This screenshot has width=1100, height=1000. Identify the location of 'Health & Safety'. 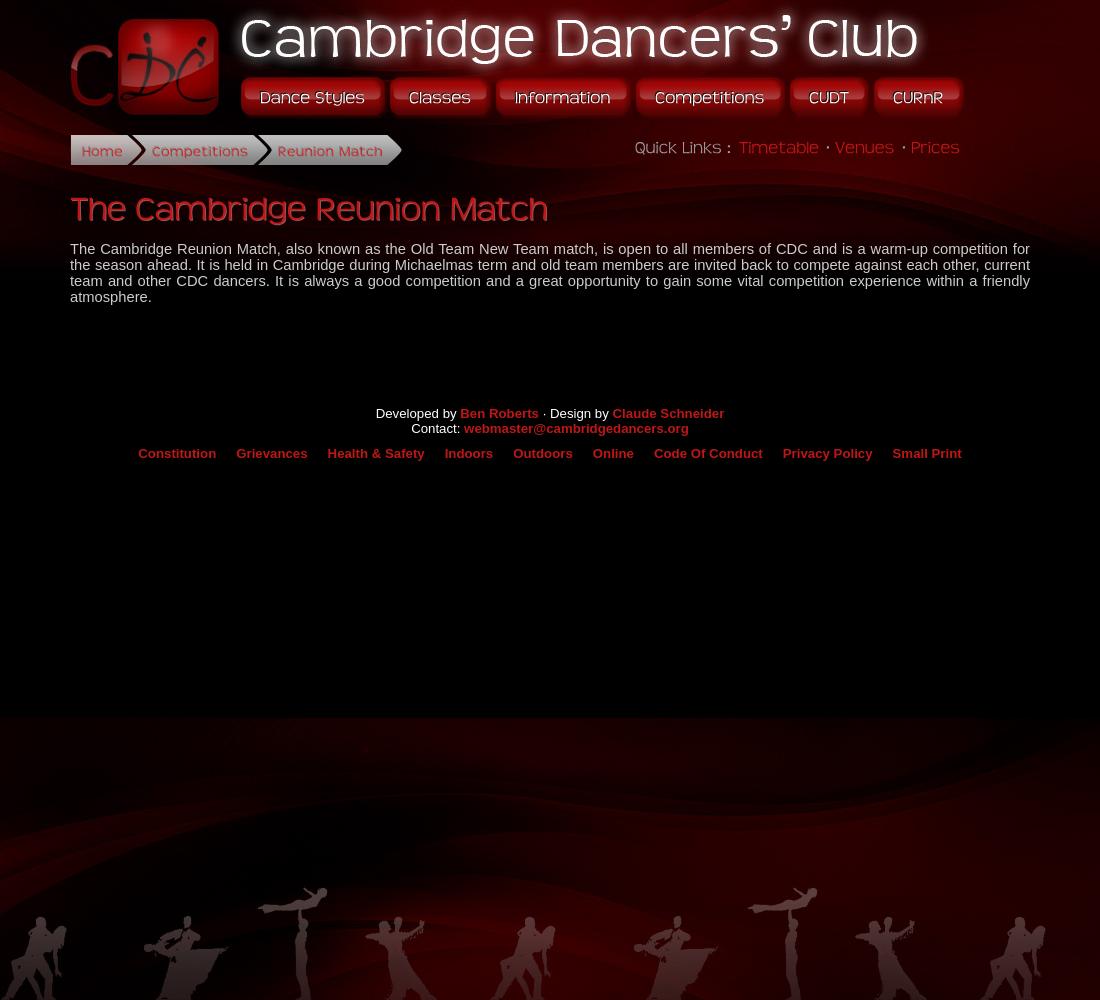
(375, 451).